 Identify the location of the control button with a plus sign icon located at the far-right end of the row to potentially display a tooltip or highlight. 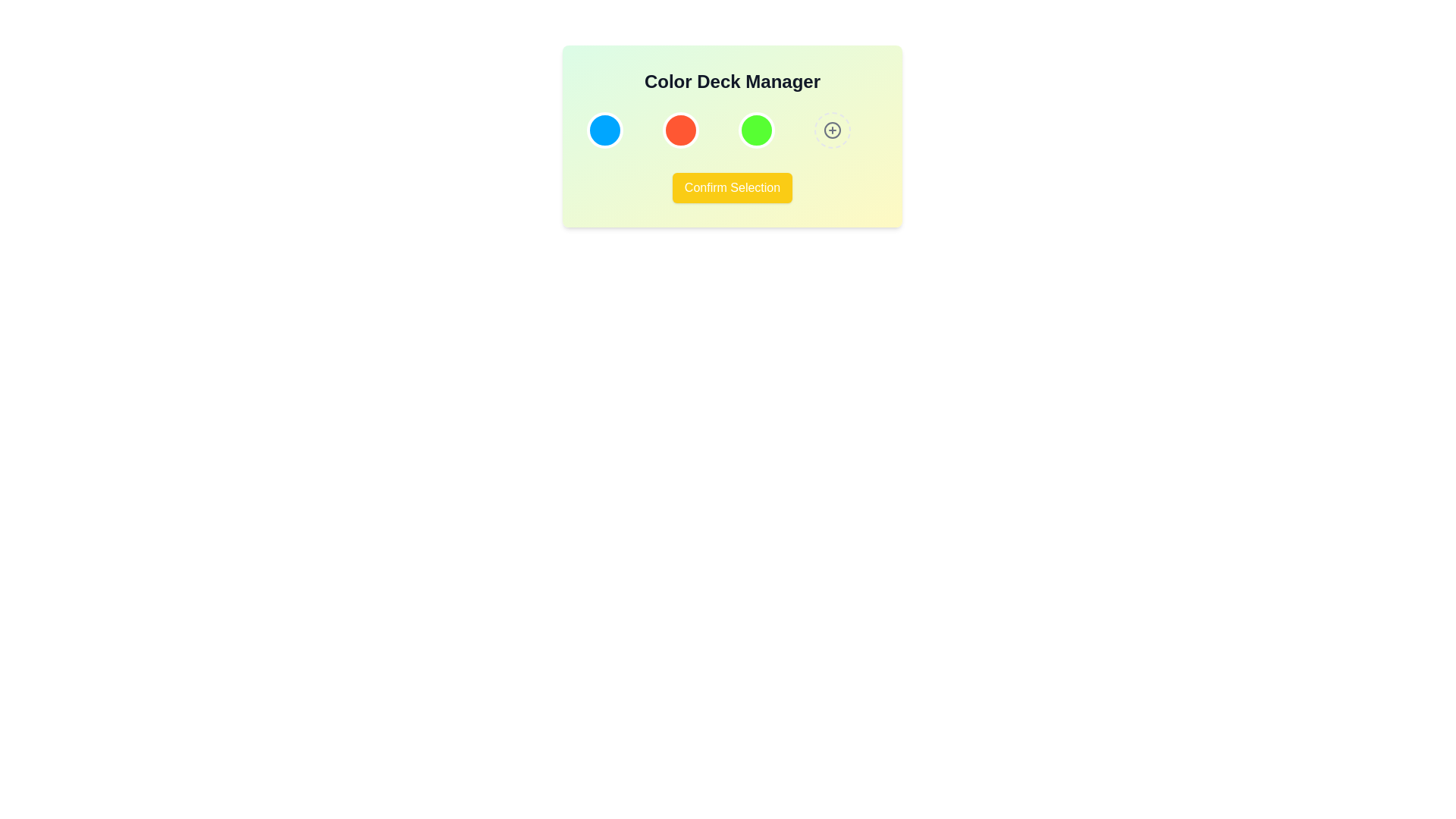
(832, 130).